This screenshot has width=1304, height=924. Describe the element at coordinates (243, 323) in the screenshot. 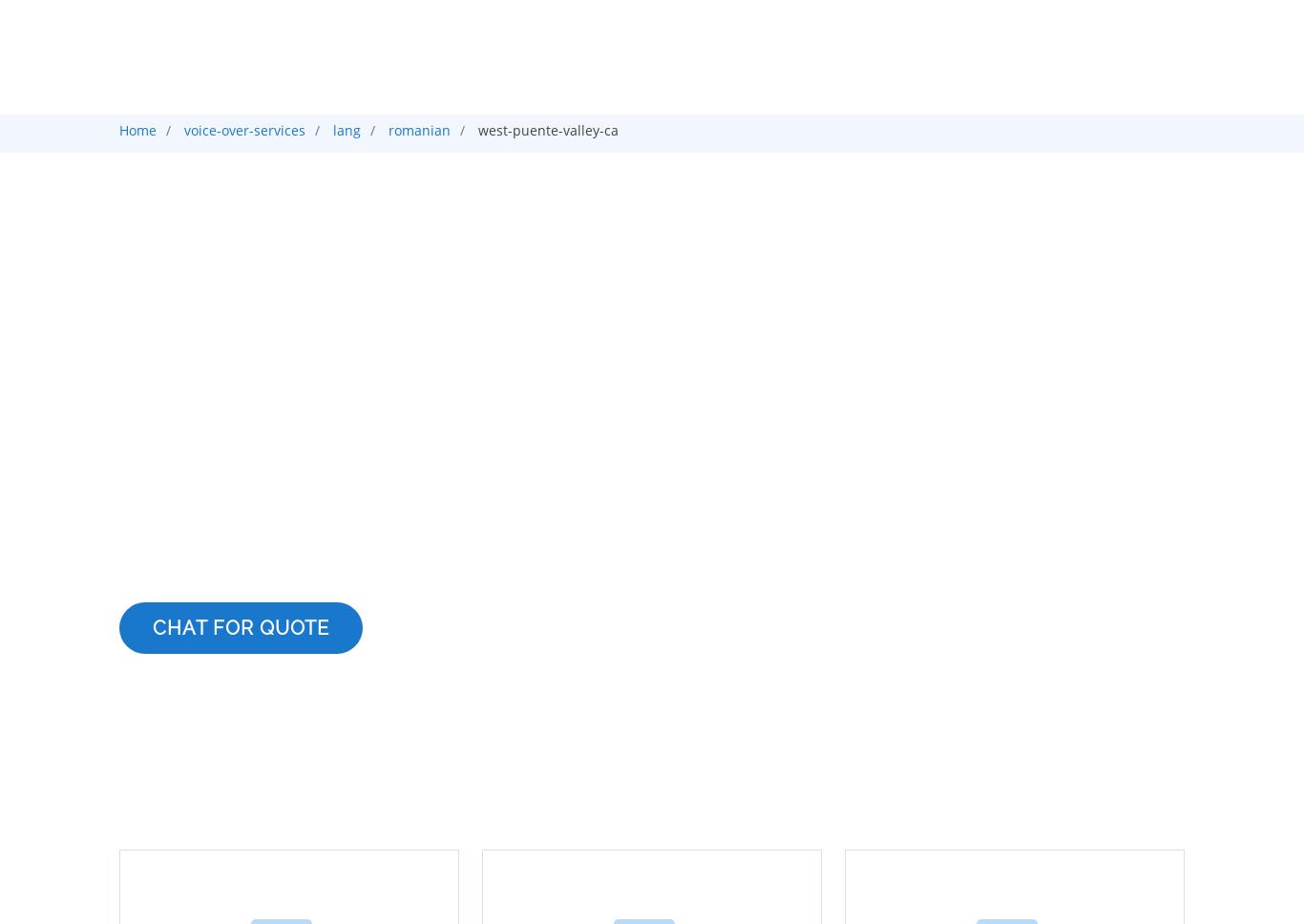

I see `'Italian'` at that location.